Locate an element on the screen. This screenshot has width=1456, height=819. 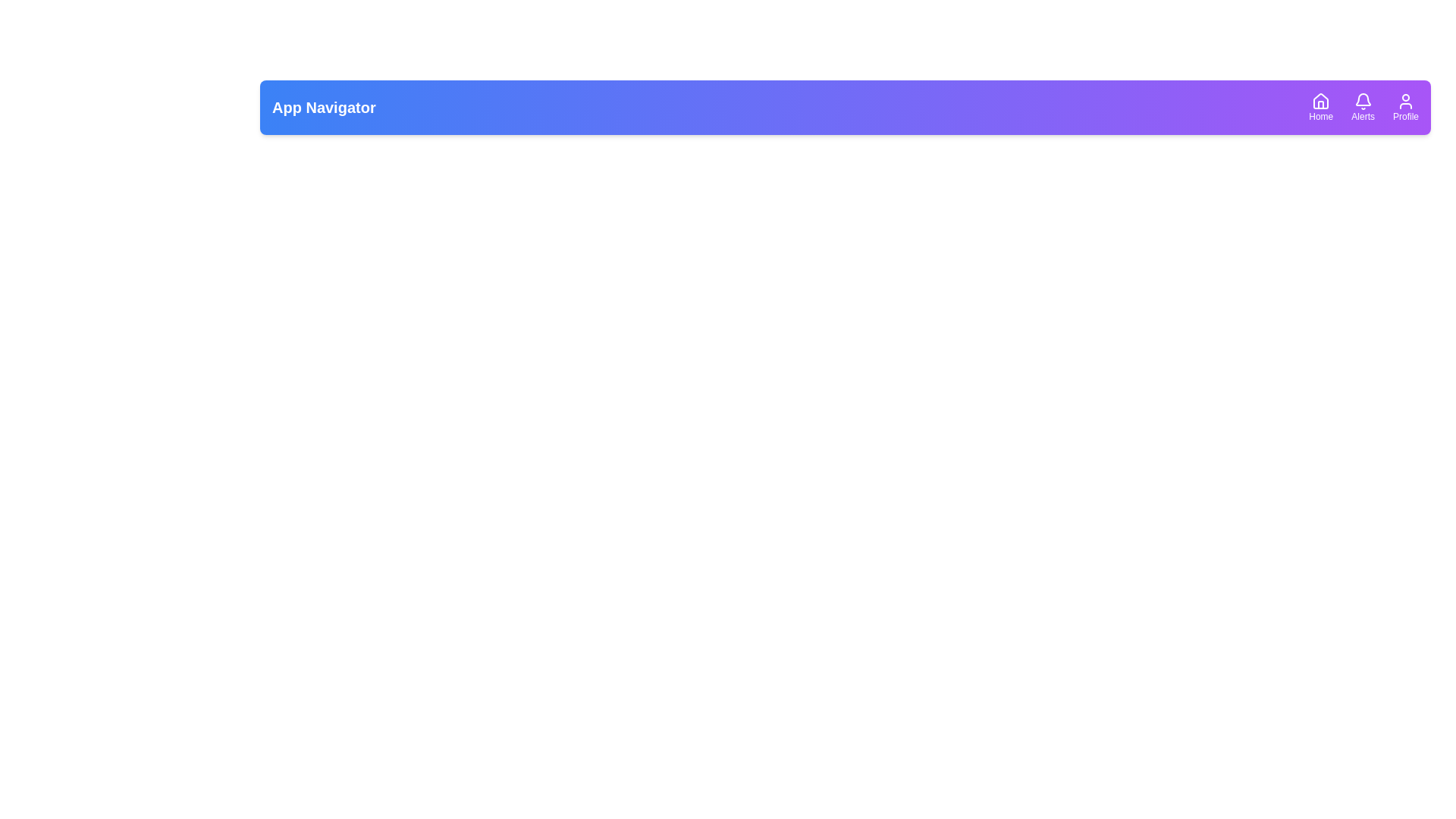
the house icon with a triangular roof and purple gradient fill, located in the top-right navigation bar, immediately left of the 'Home' text is located at coordinates (1320, 101).